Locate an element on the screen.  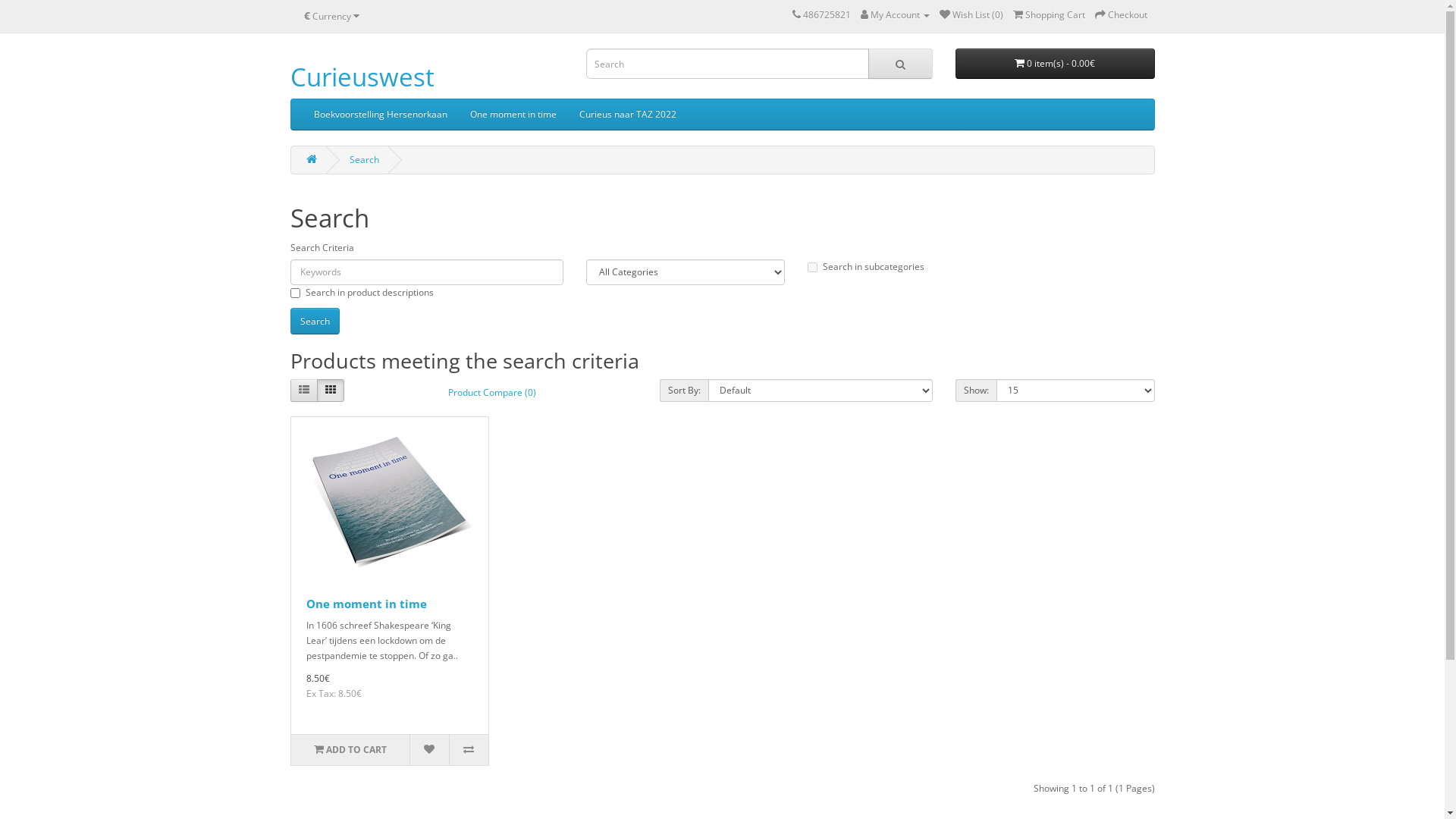
'Shopping Cart' is located at coordinates (1048, 14).